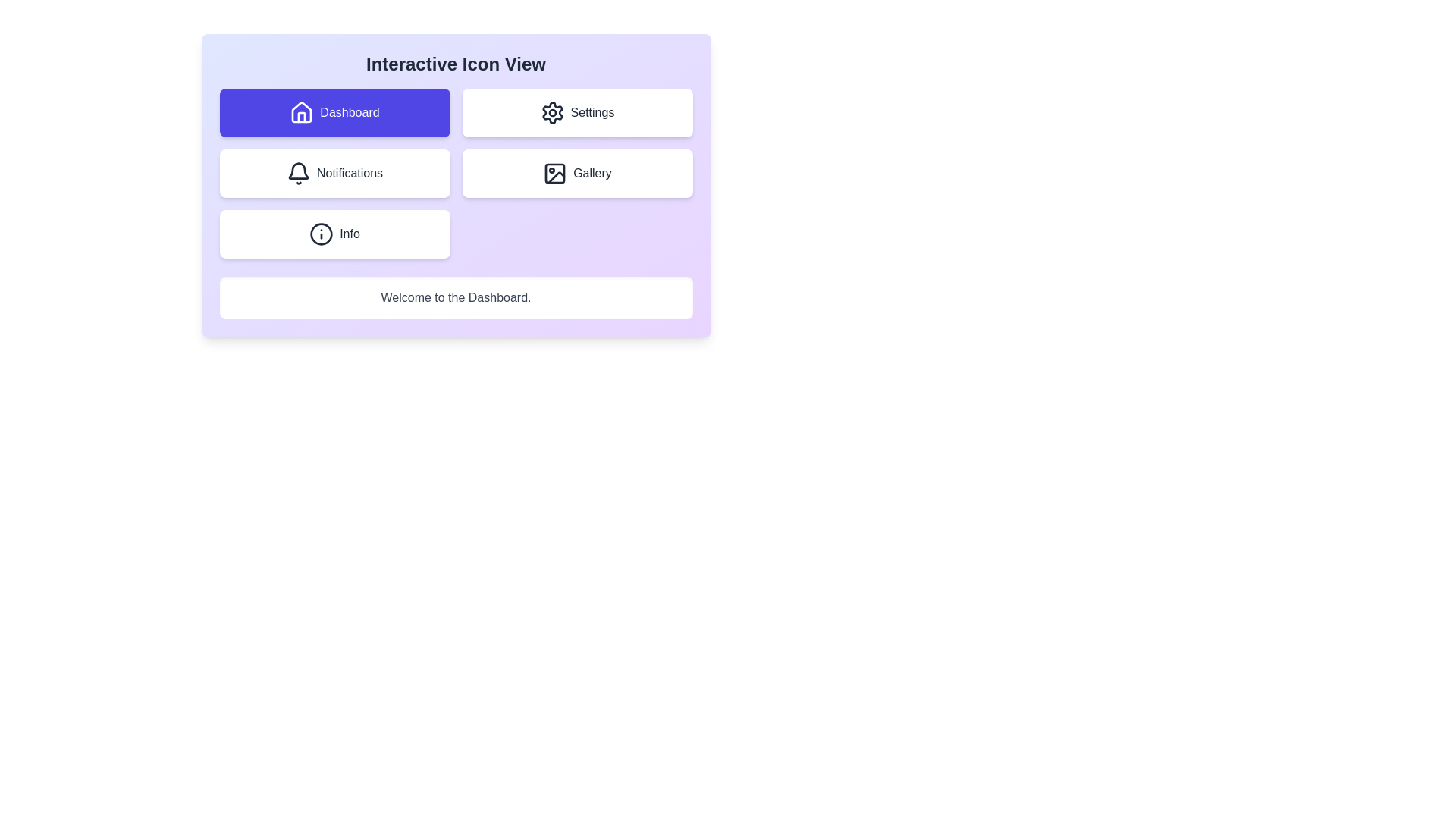 The image size is (1456, 819). What do you see at coordinates (349, 112) in the screenshot?
I see `the 'Dashboard' text label within the button that has a bold indigo background and displays the text in white` at bounding box center [349, 112].